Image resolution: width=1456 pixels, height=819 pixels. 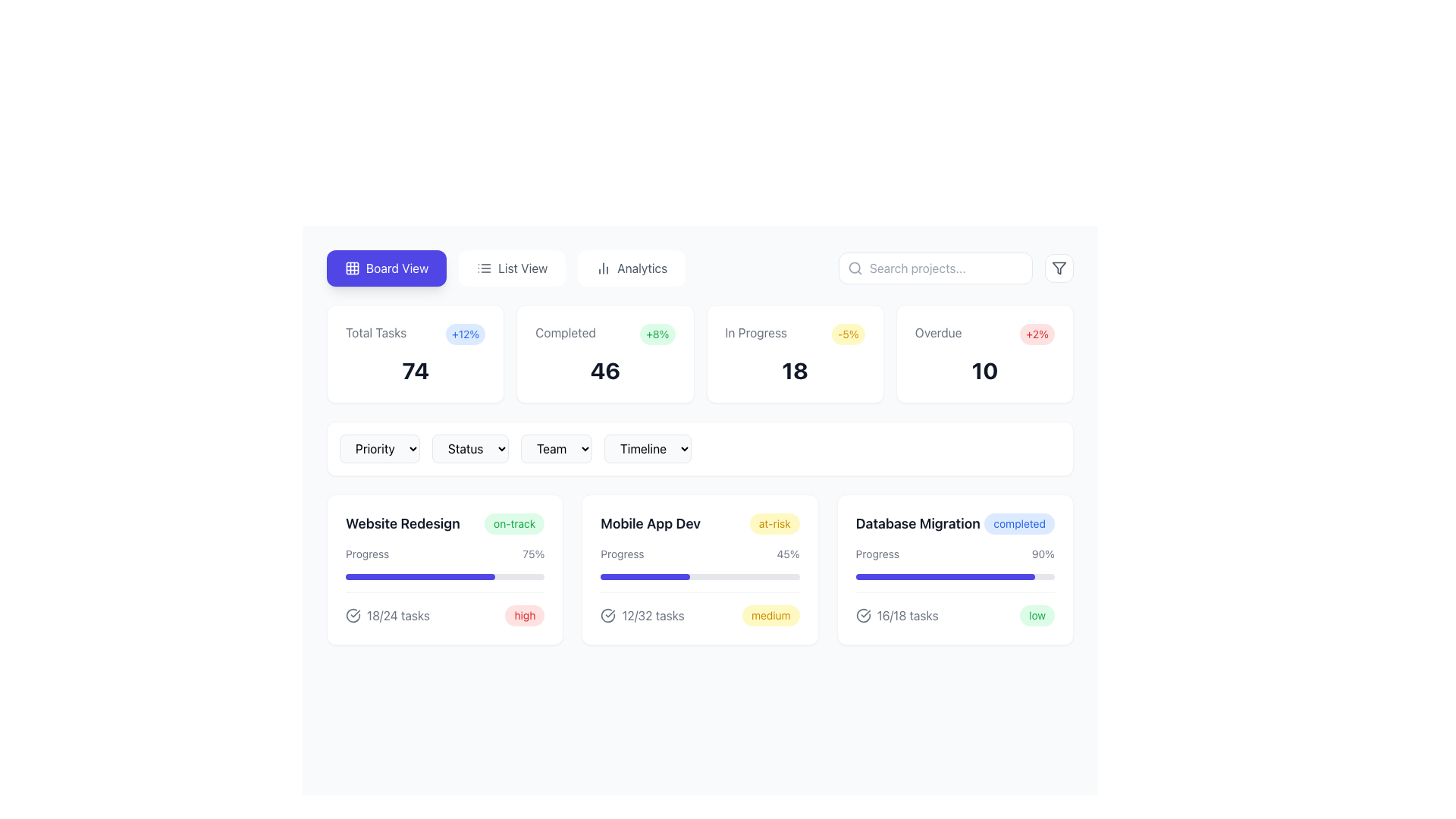 What do you see at coordinates (847, 333) in the screenshot?
I see `information presented in the small pill-shaped badge displaying '-5%' with a light yellow background and dark yellow text, located to the right of the 'In Progress' label` at bounding box center [847, 333].